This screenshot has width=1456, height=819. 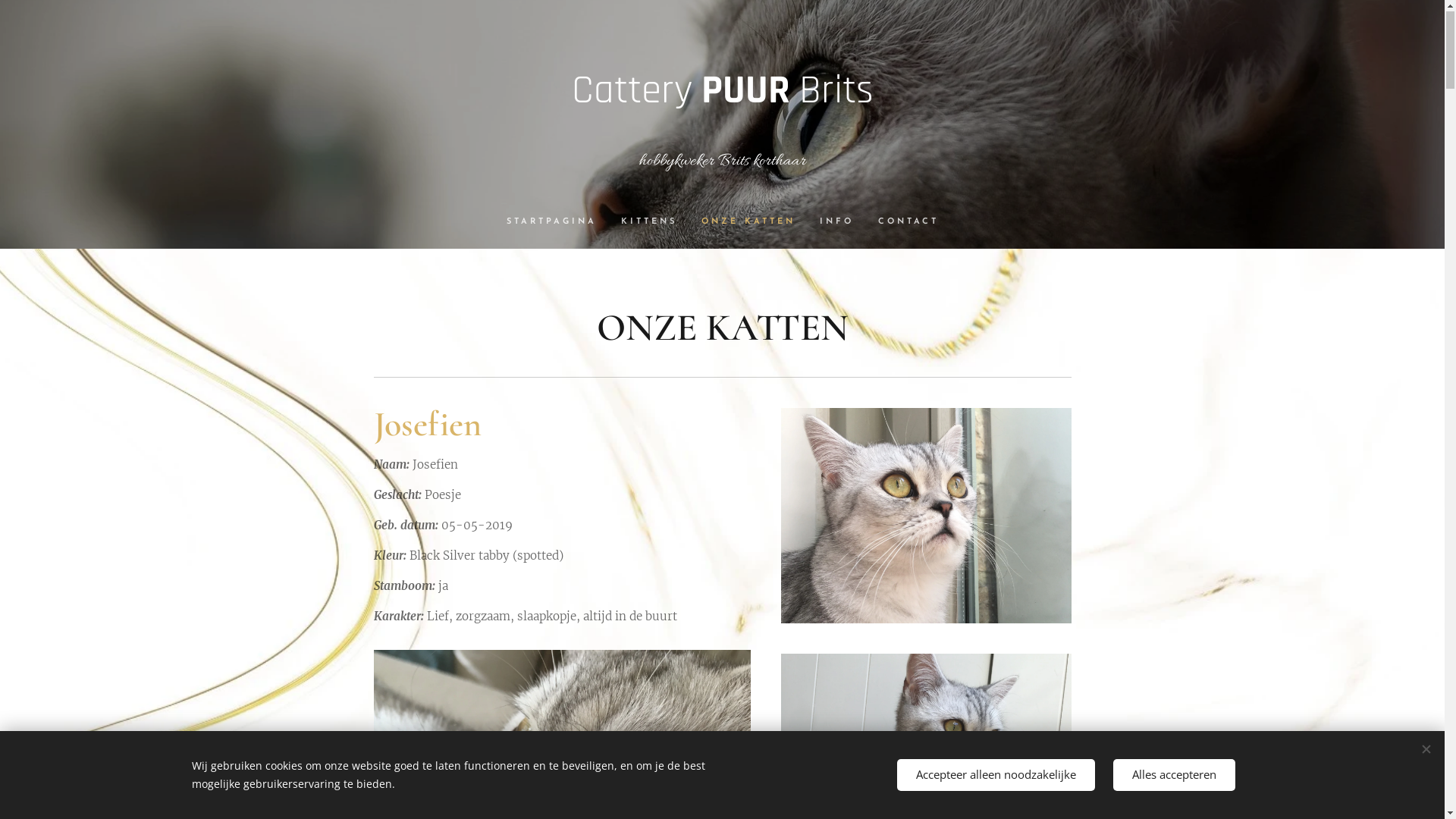 I want to click on 'ONZE KATTEN', so click(x=747, y=222).